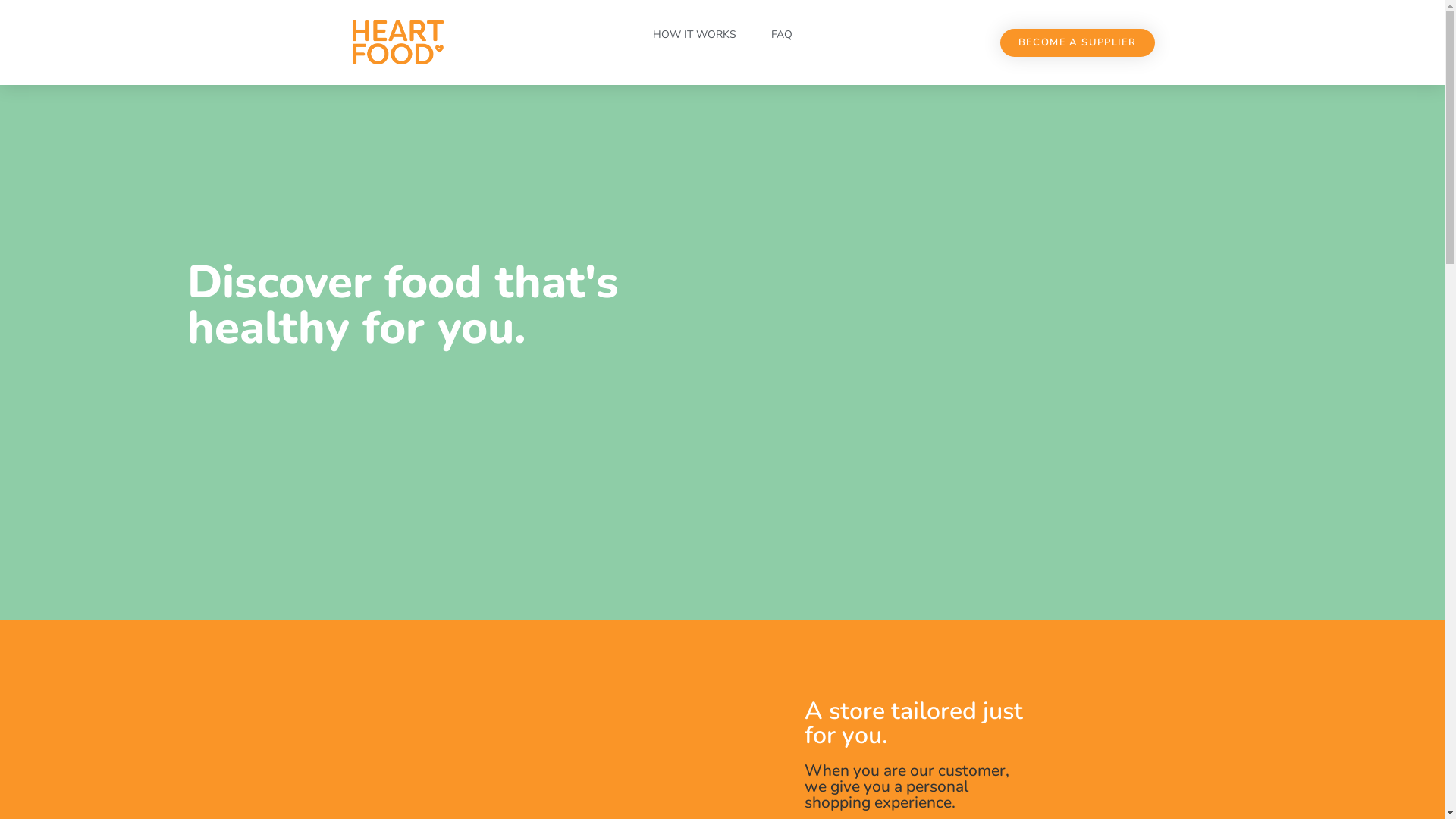 This screenshot has height=819, width=1456. What do you see at coordinates (693, 34) in the screenshot?
I see `'HOW IT WORKS'` at bounding box center [693, 34].